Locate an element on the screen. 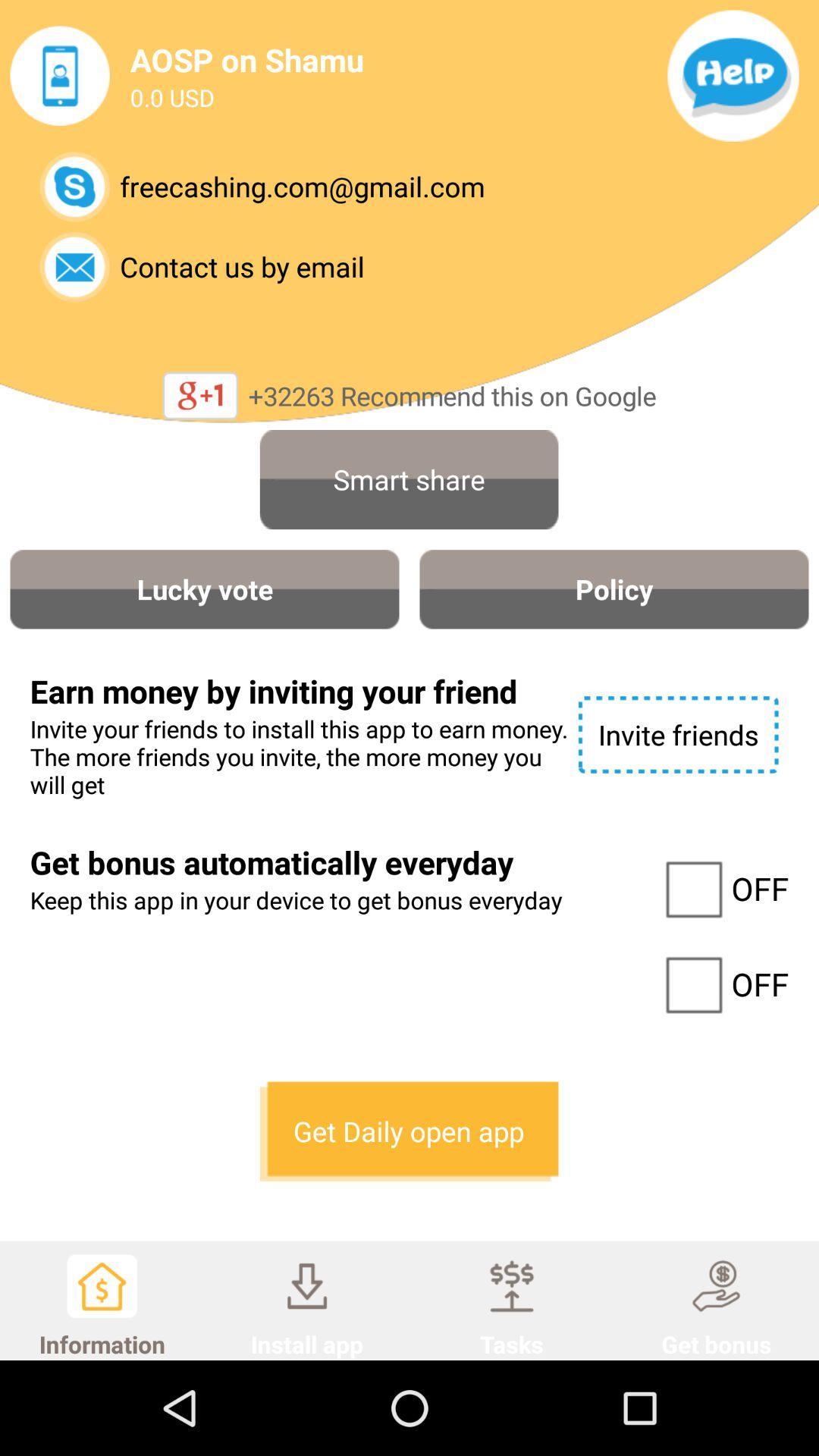  open skype contact is located at coordinates (74, 186).